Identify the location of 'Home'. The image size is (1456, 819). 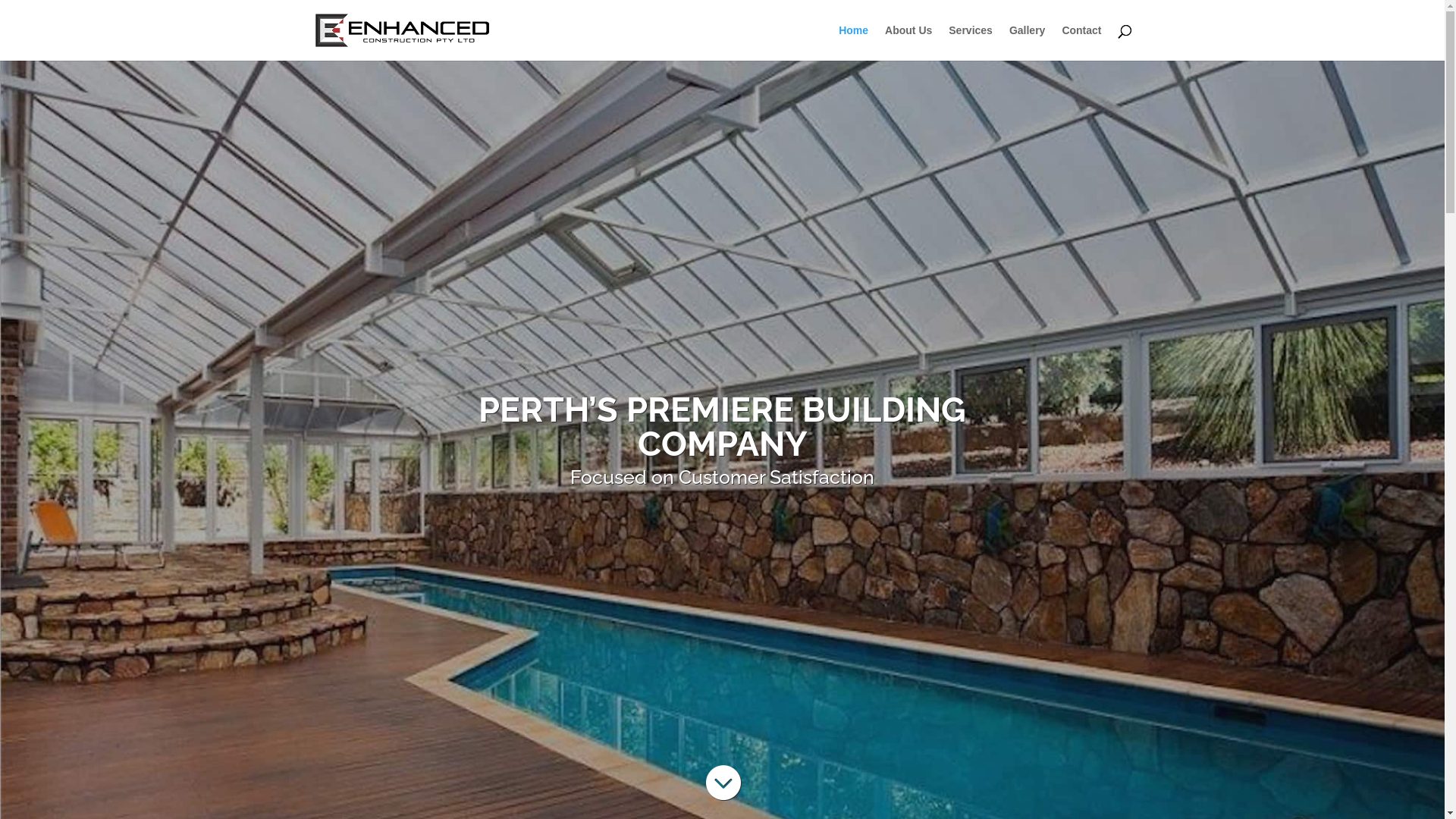
(837, 42).